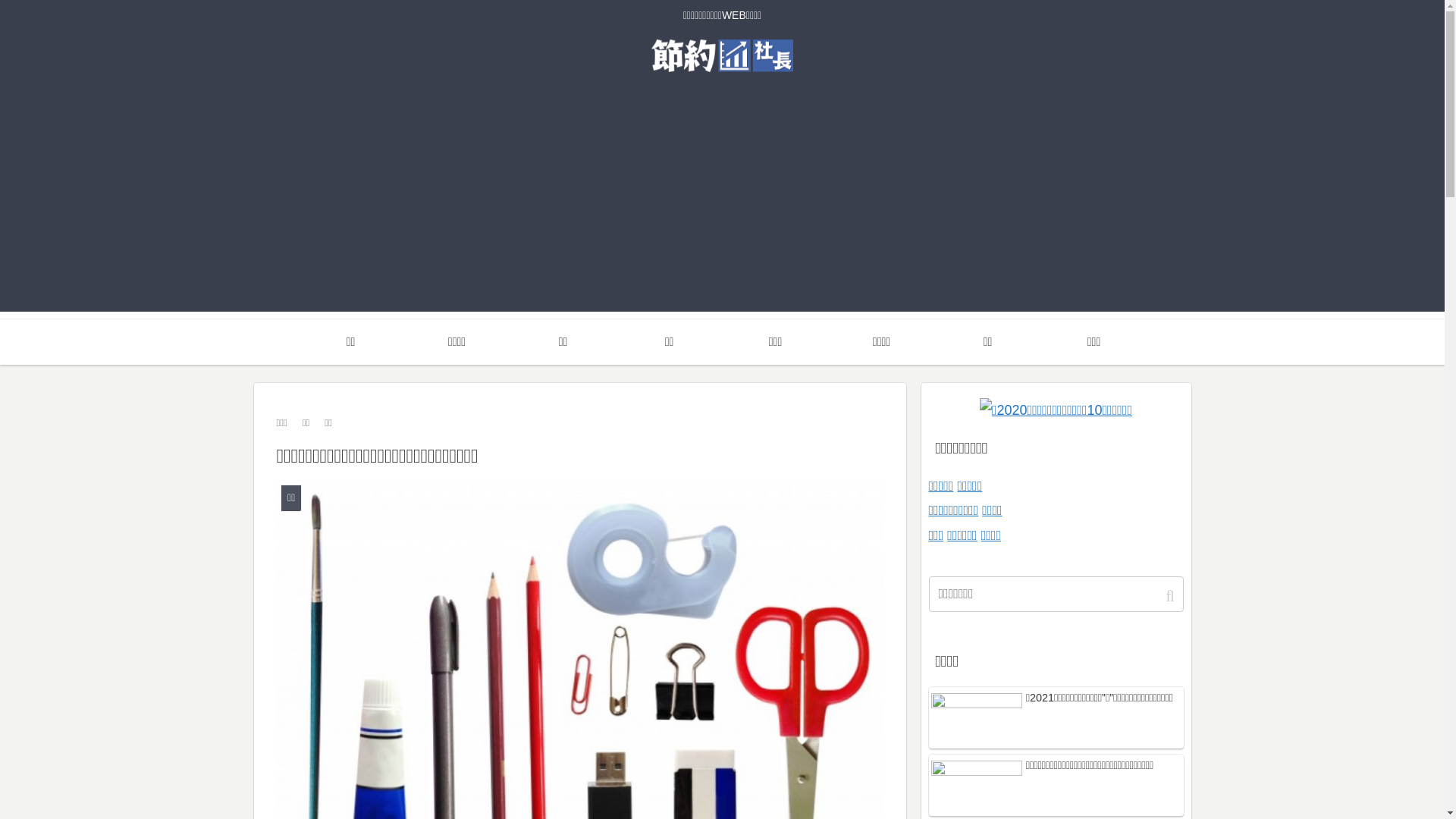 The height and width of the screenshot is (819, 1456). What do you see at coordinates (720, 205) in the screenshot?
I see `'Advertisement'` at bounding box center [720, 205].